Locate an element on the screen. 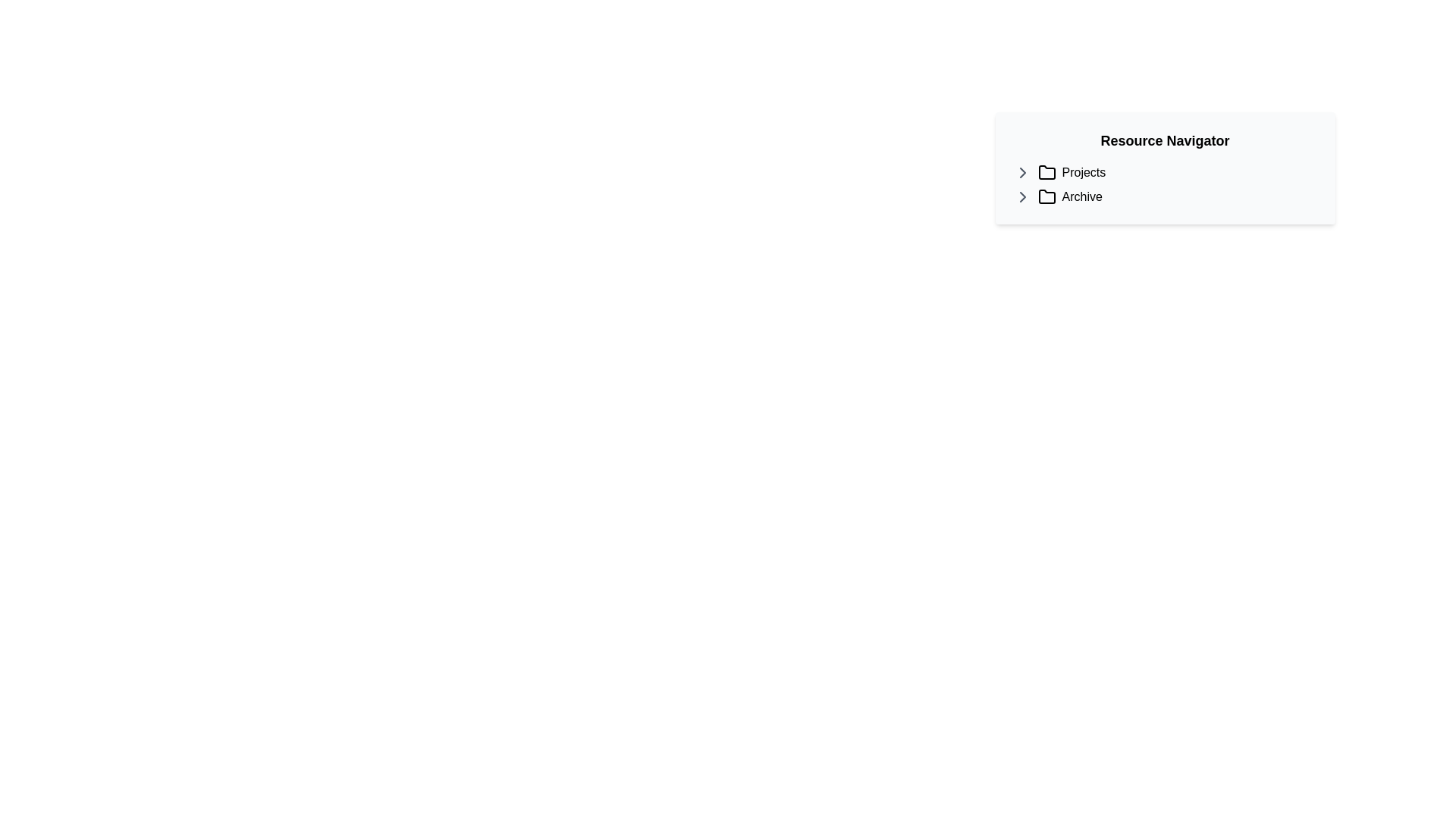  the right-pointing gray arrow icon is located at coordinates (1022, 196).